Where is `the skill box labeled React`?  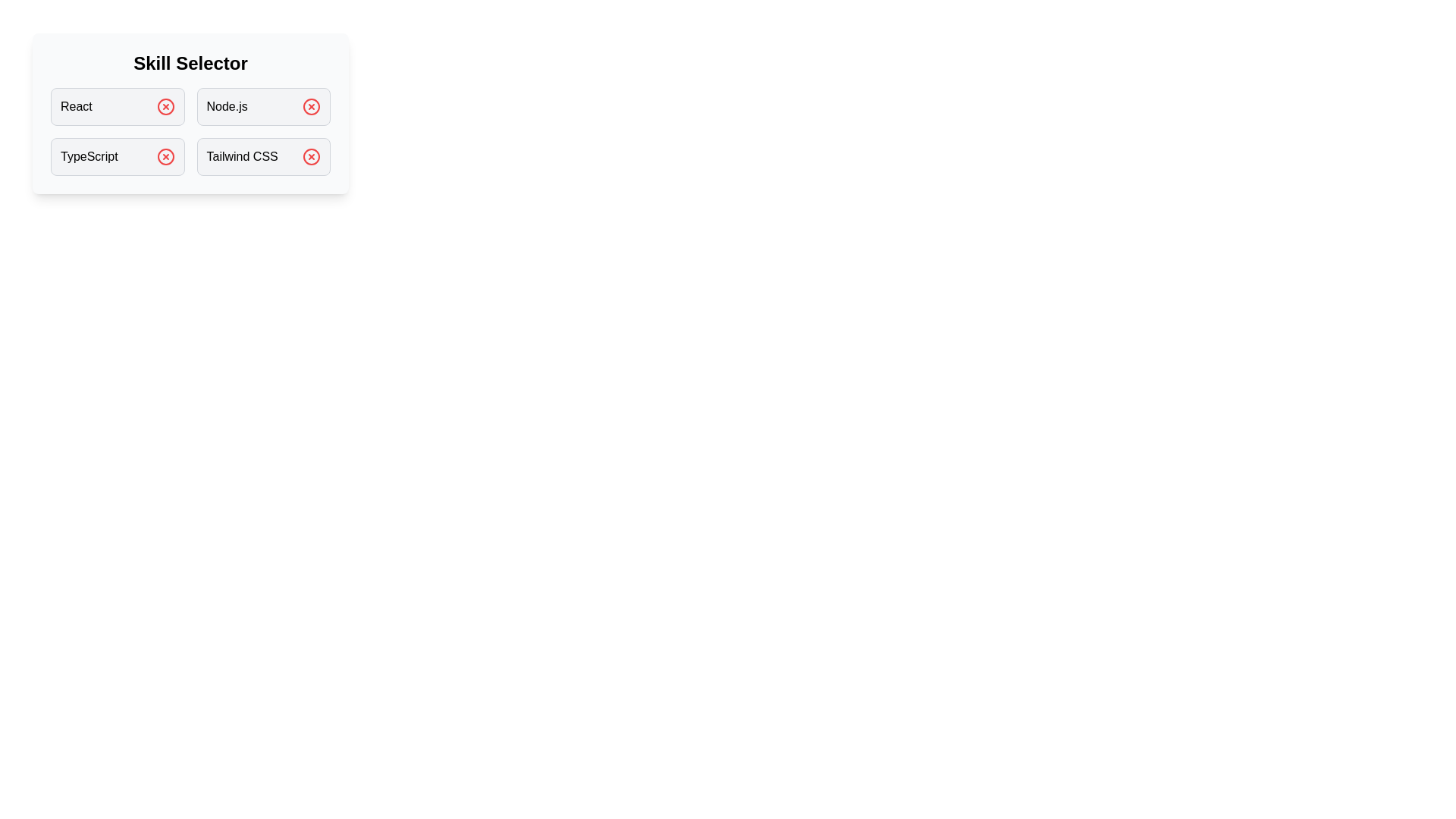
the skill box labeled React is located at coordinates (117, 106).